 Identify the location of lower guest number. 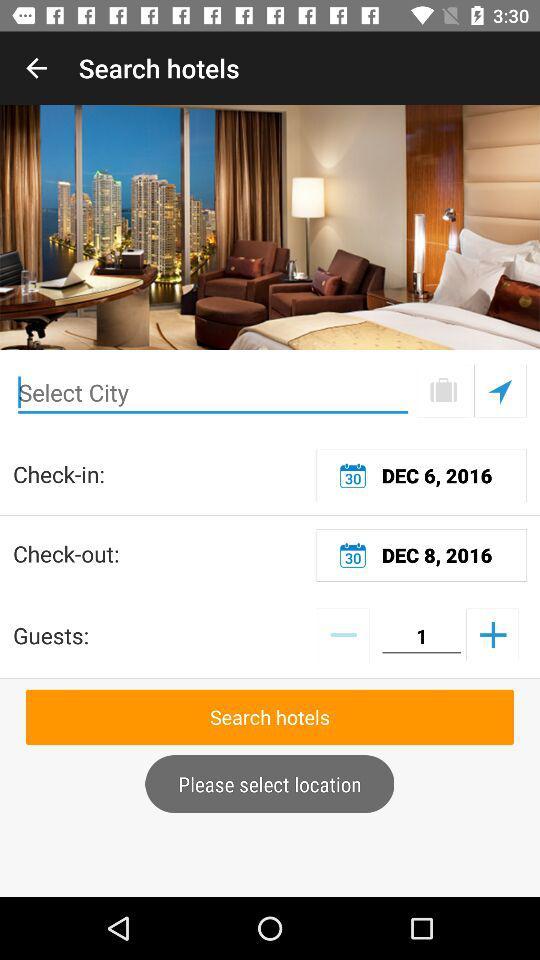
(342, 633).